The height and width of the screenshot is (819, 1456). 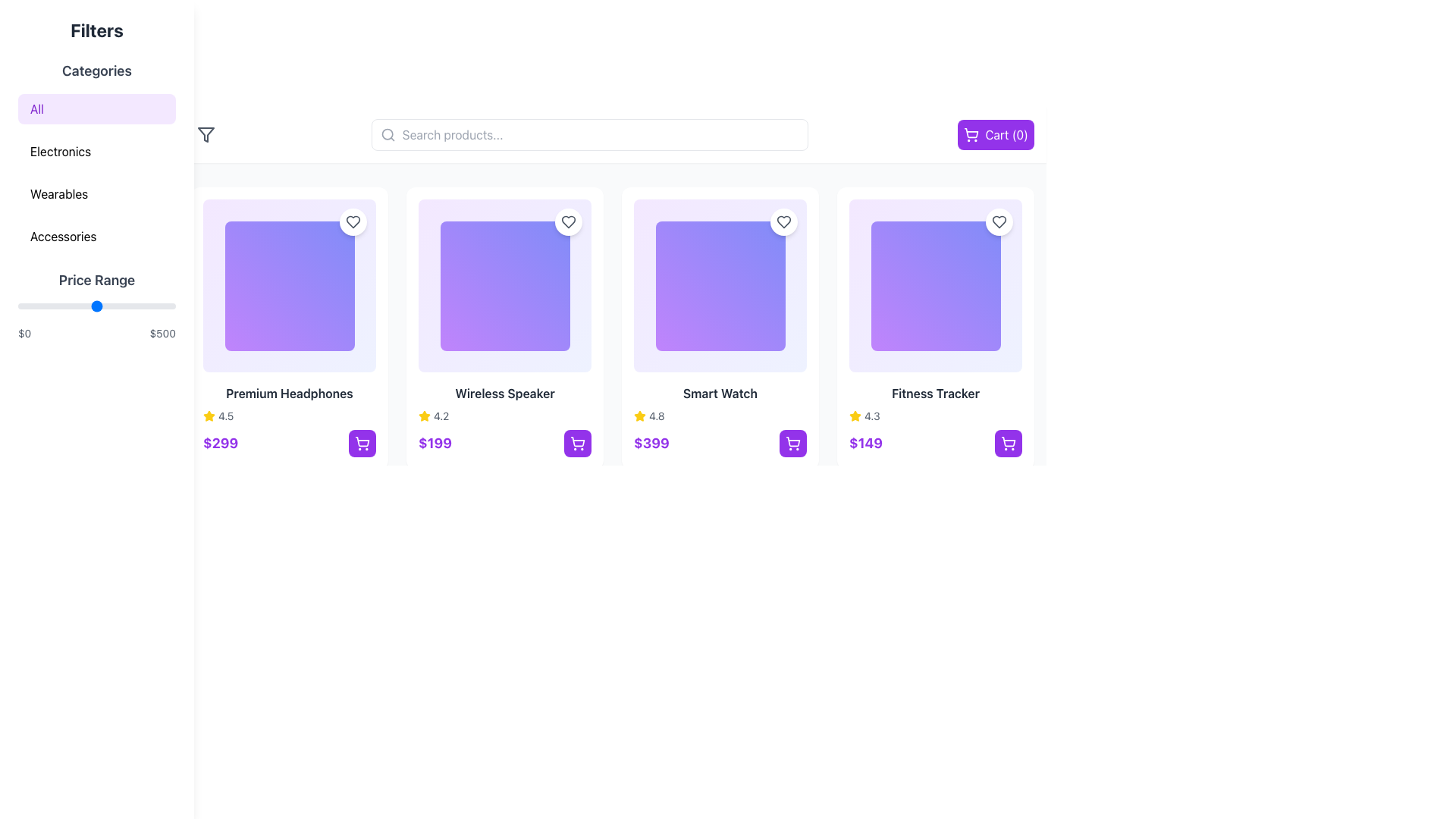 I want to click on the significance of the Rating Icon located in the bottom left corner of the fourth product card 'Fitness Tracker', which indicates a rating of '4.3', so click(x=640, y=416).